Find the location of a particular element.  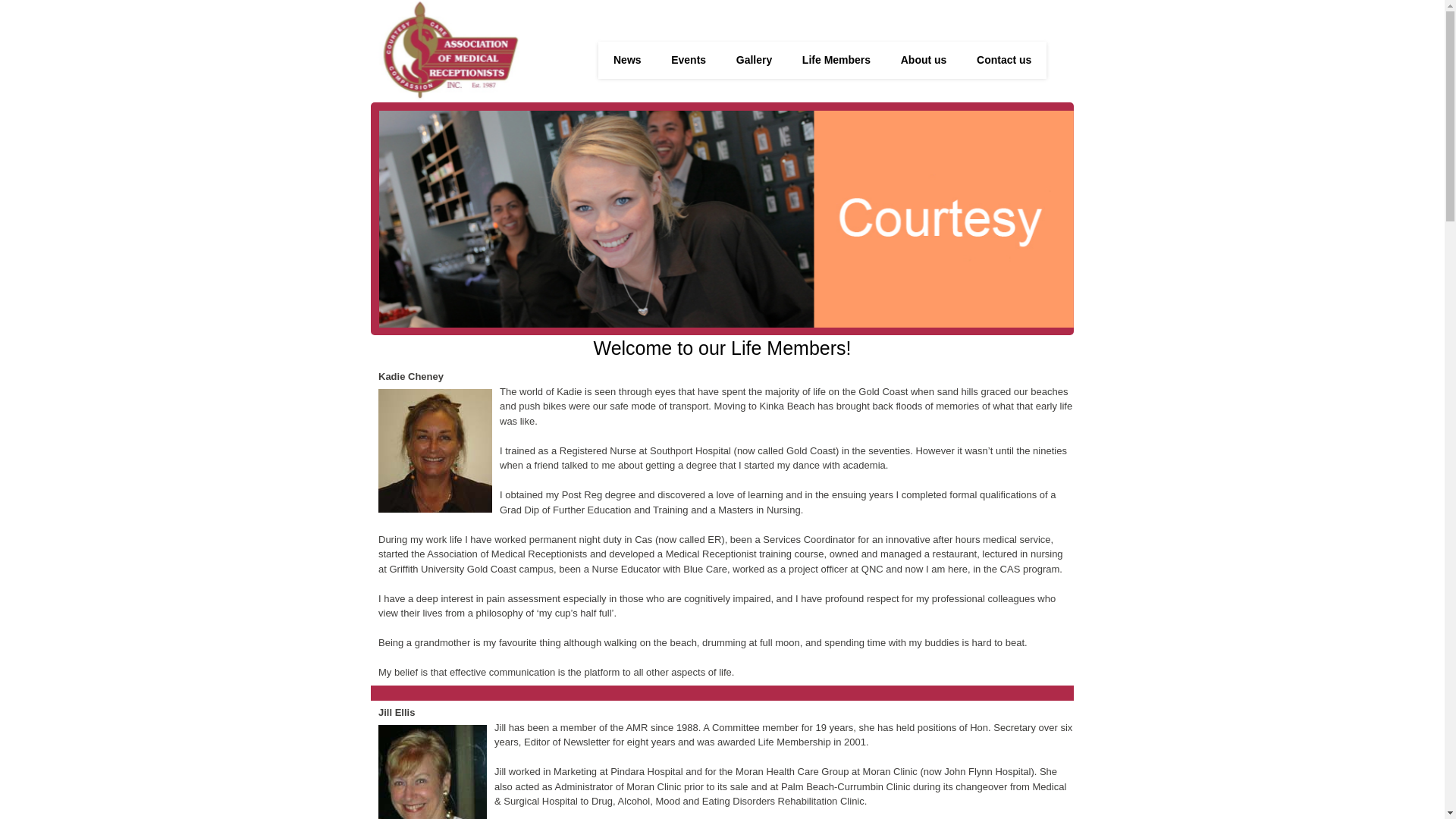

'Contact us' is located at coordinates (1002, 59).